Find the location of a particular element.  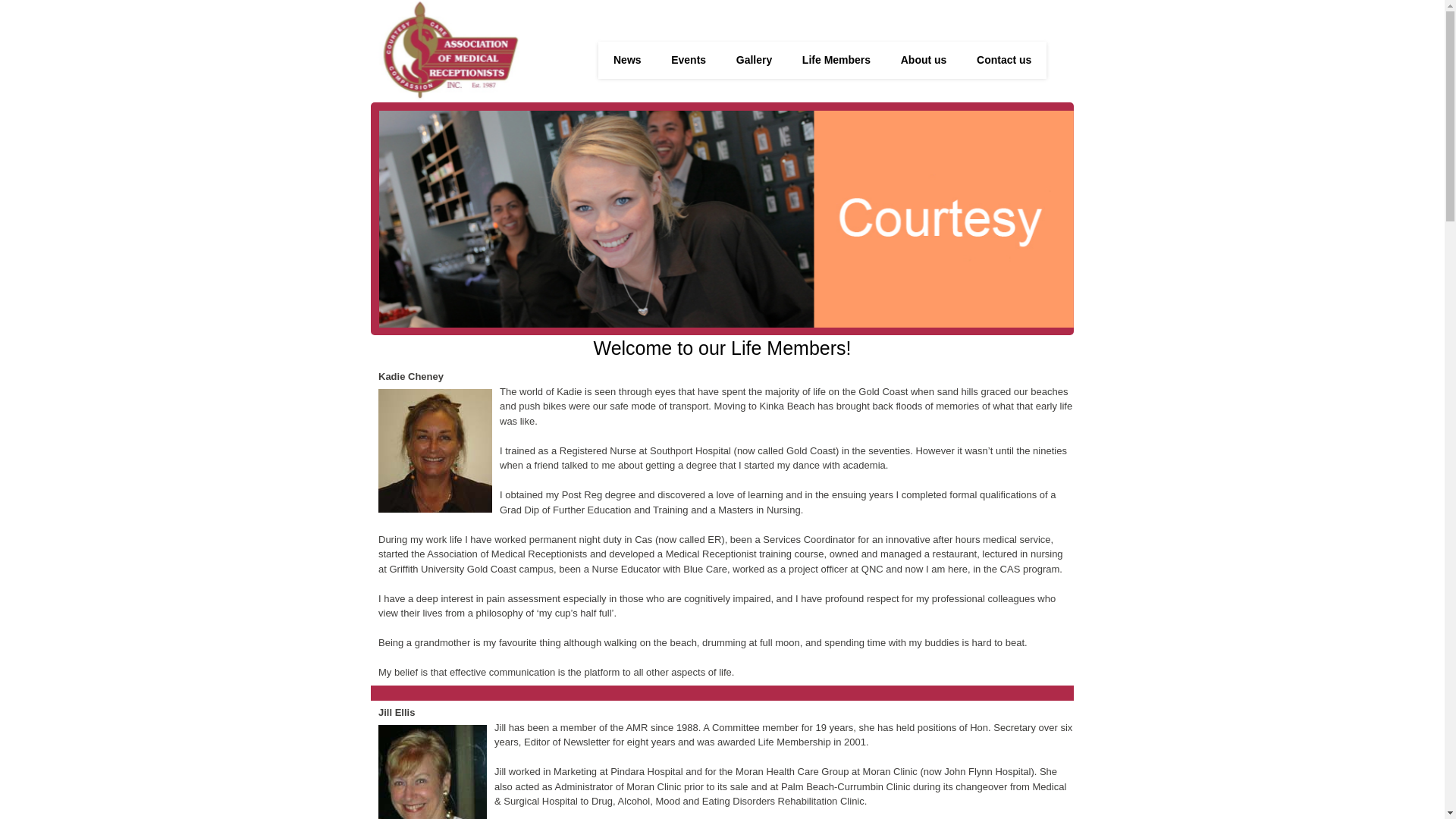

'Contact us' is located at coordinates (1002, 59).